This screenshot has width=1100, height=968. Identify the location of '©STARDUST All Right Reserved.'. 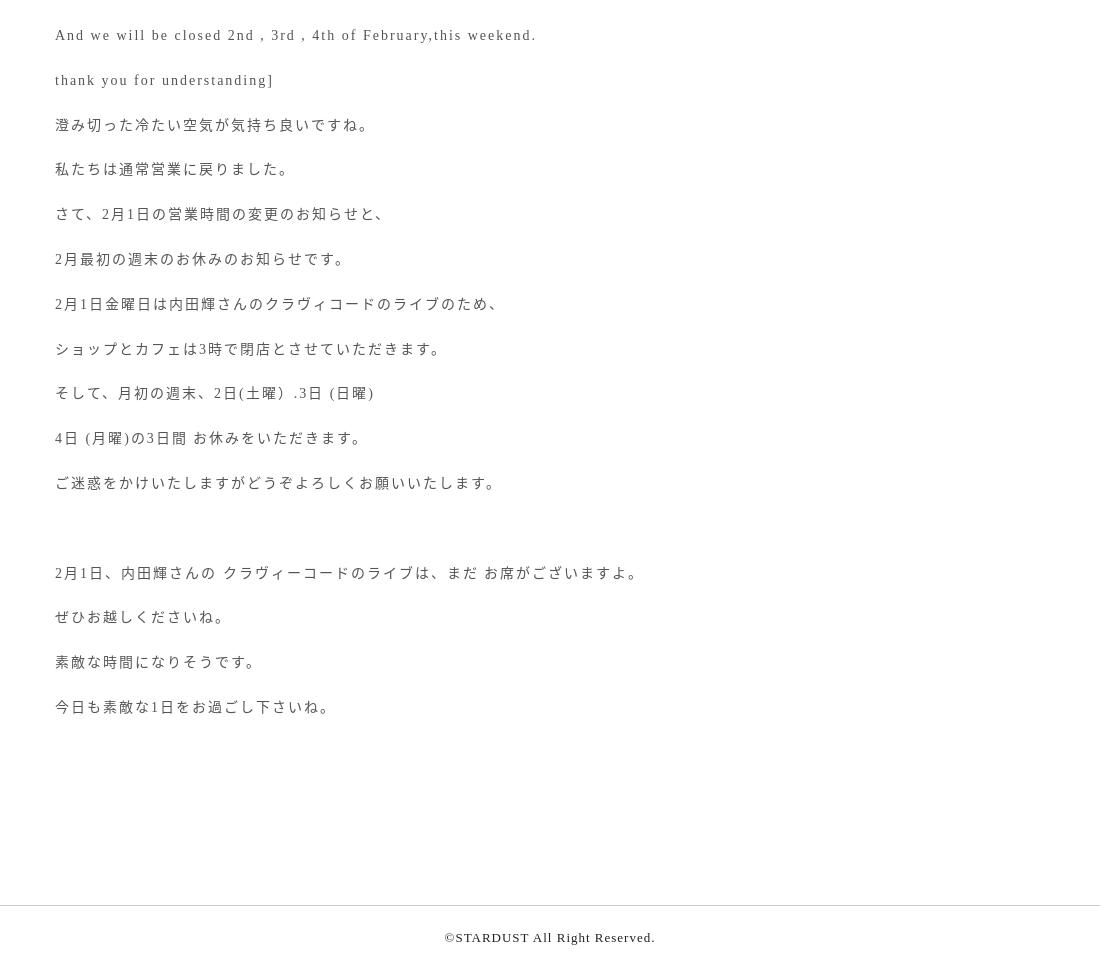
(549, 935).